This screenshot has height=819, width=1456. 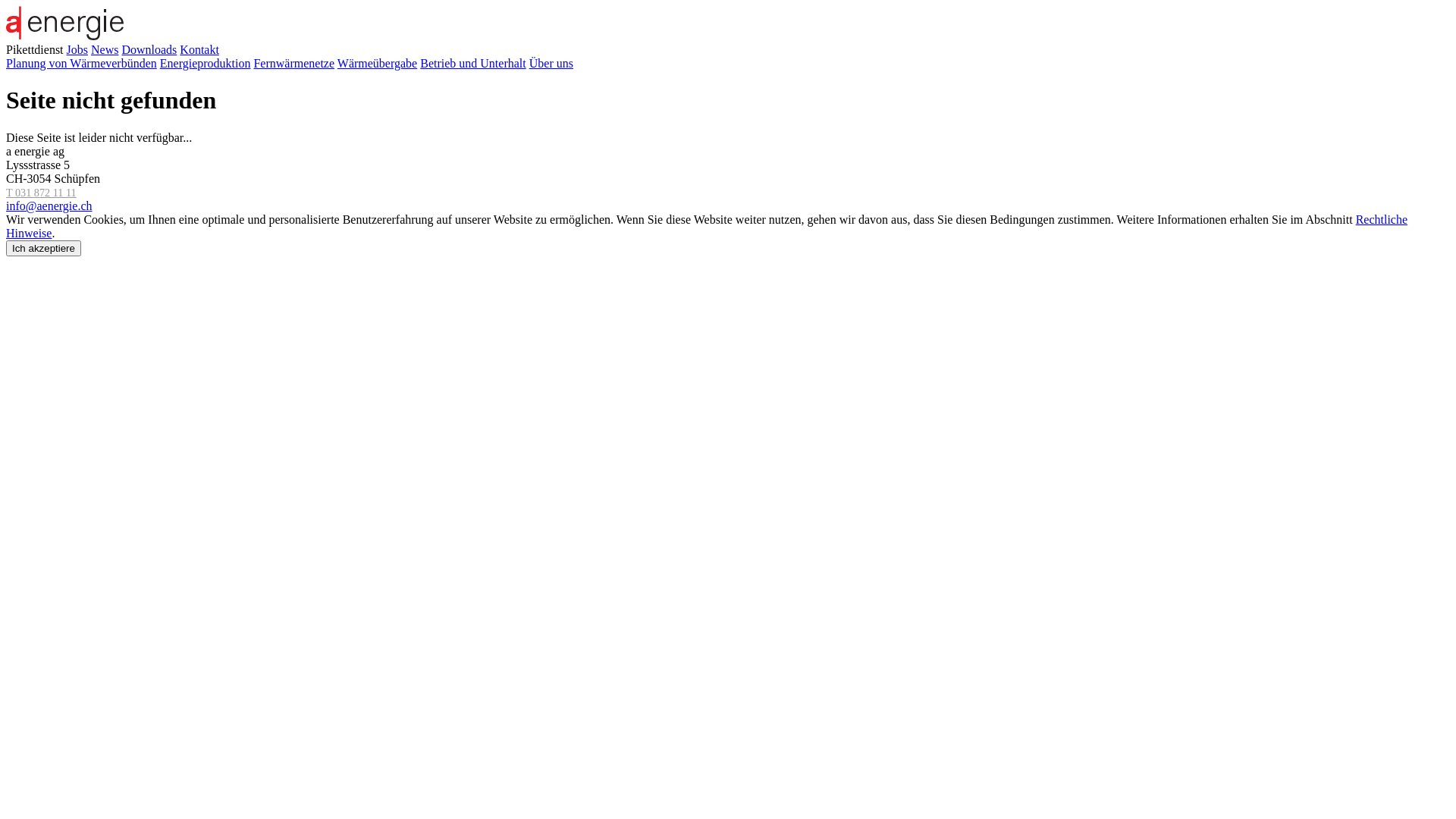 I want to click on 'Ich akzeptiere', so click(x=43, y=247).